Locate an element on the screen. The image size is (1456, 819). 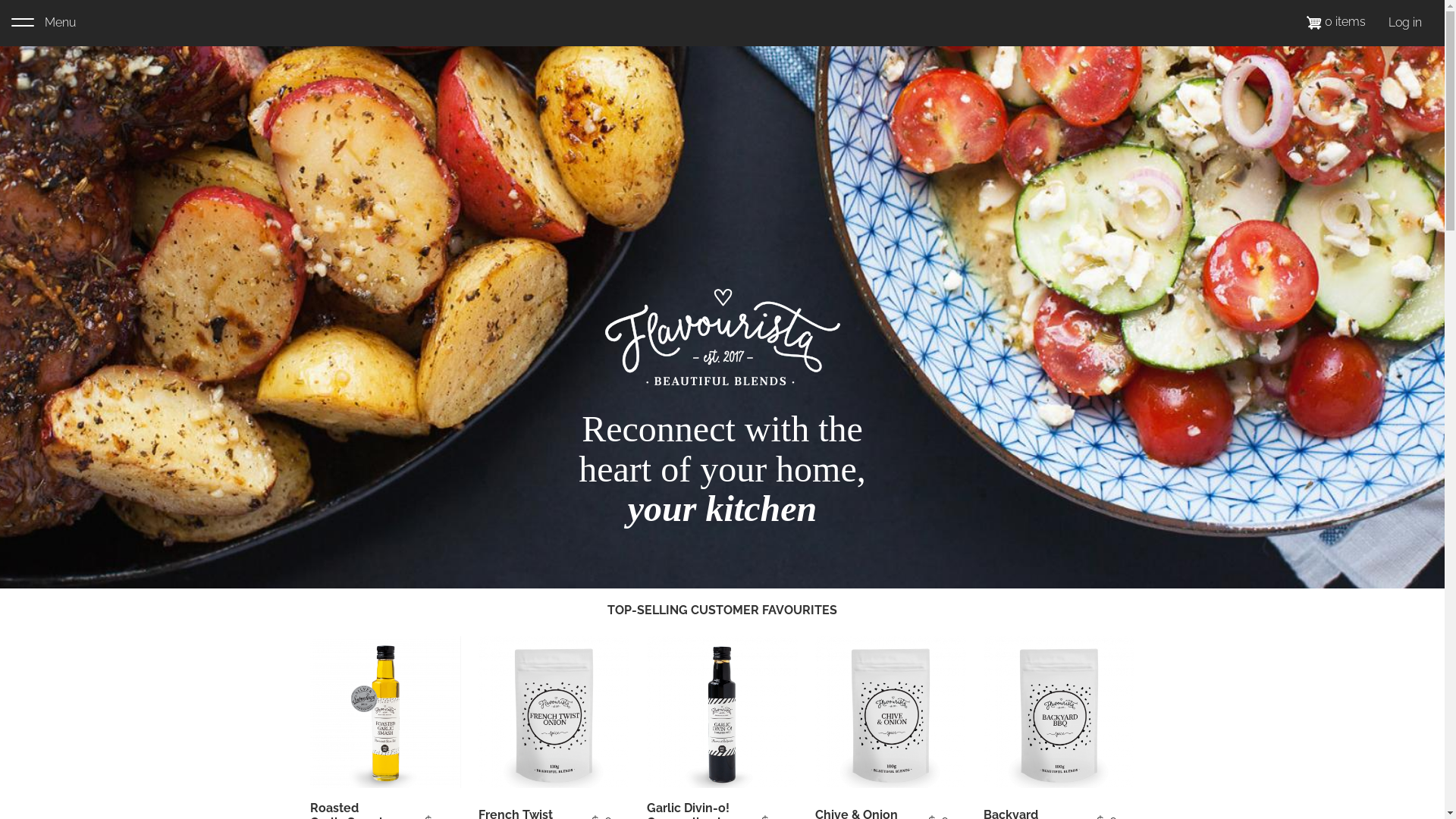
'Menu' is located at coordinates (11, 23).